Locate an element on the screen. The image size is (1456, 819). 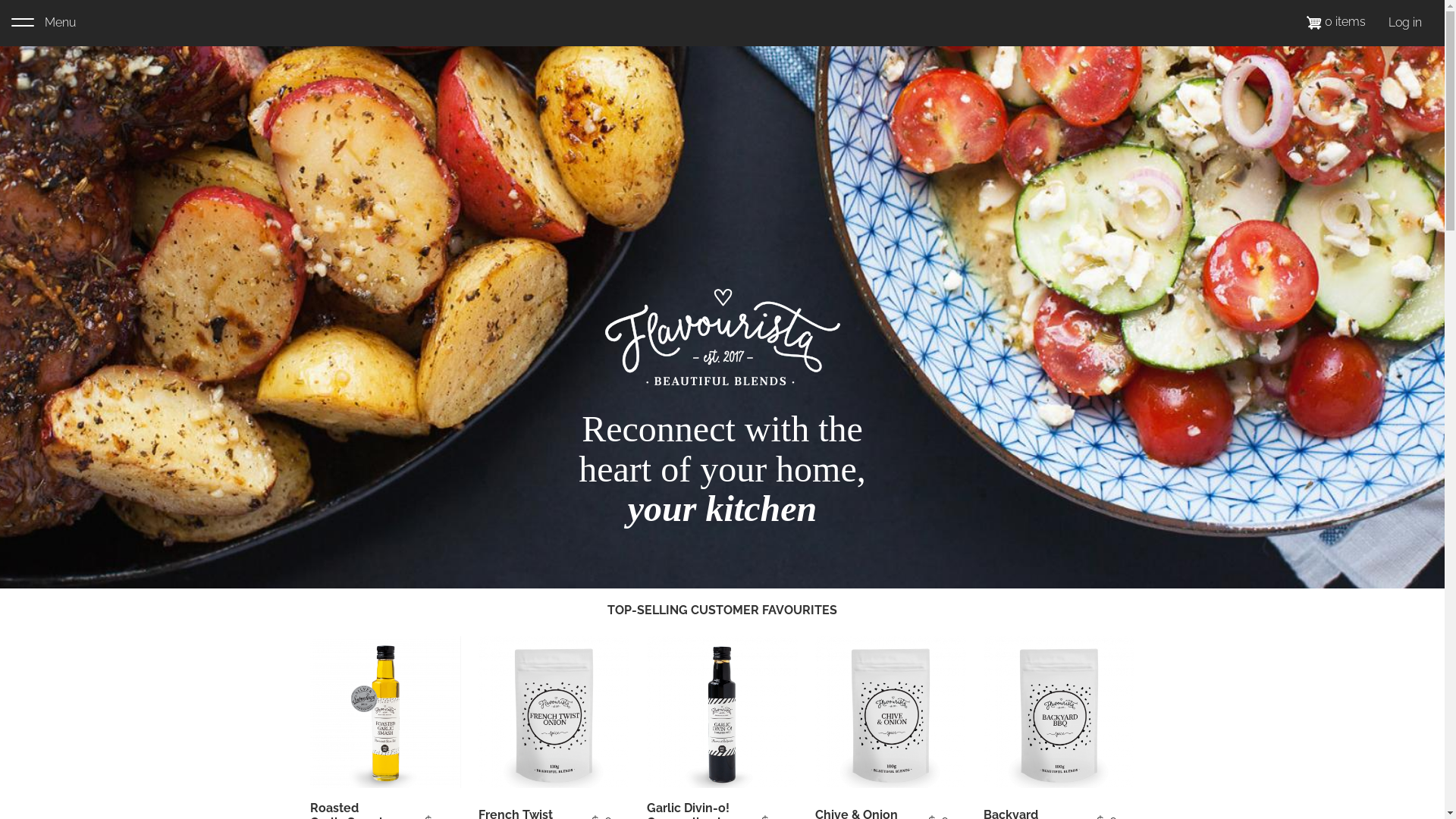
'Menu' is located at coordinates (11, 23).